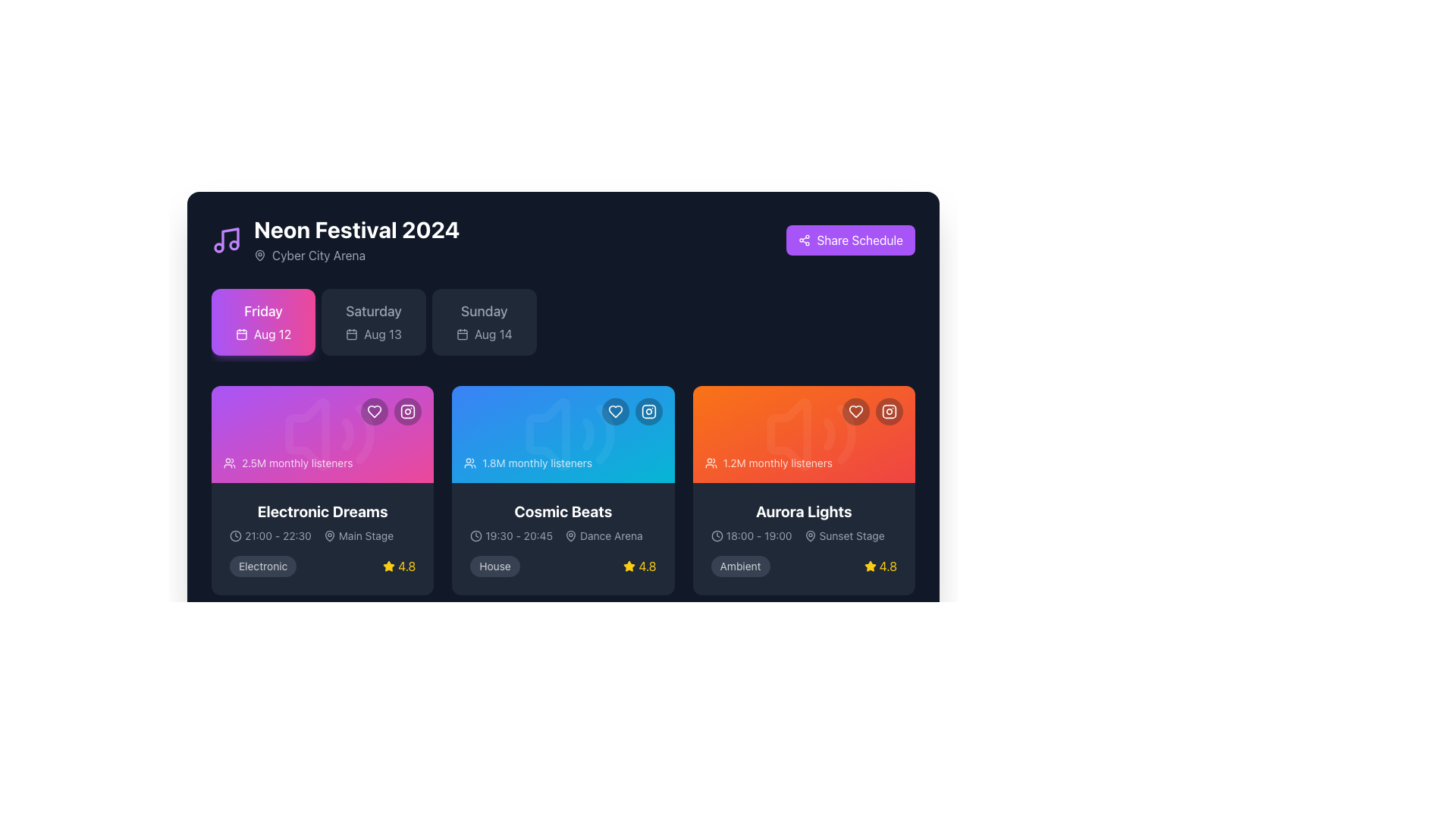 Image resolution: width=1456 pixels, height=819 pixels. What do you see at coordinates (356, 254) in the screenshot?
I see `the static text element displaying 'Cyber City Arena' with a map pin icon, located below the header 'Neon Festival 2024'` at bounding box center [356, 254].